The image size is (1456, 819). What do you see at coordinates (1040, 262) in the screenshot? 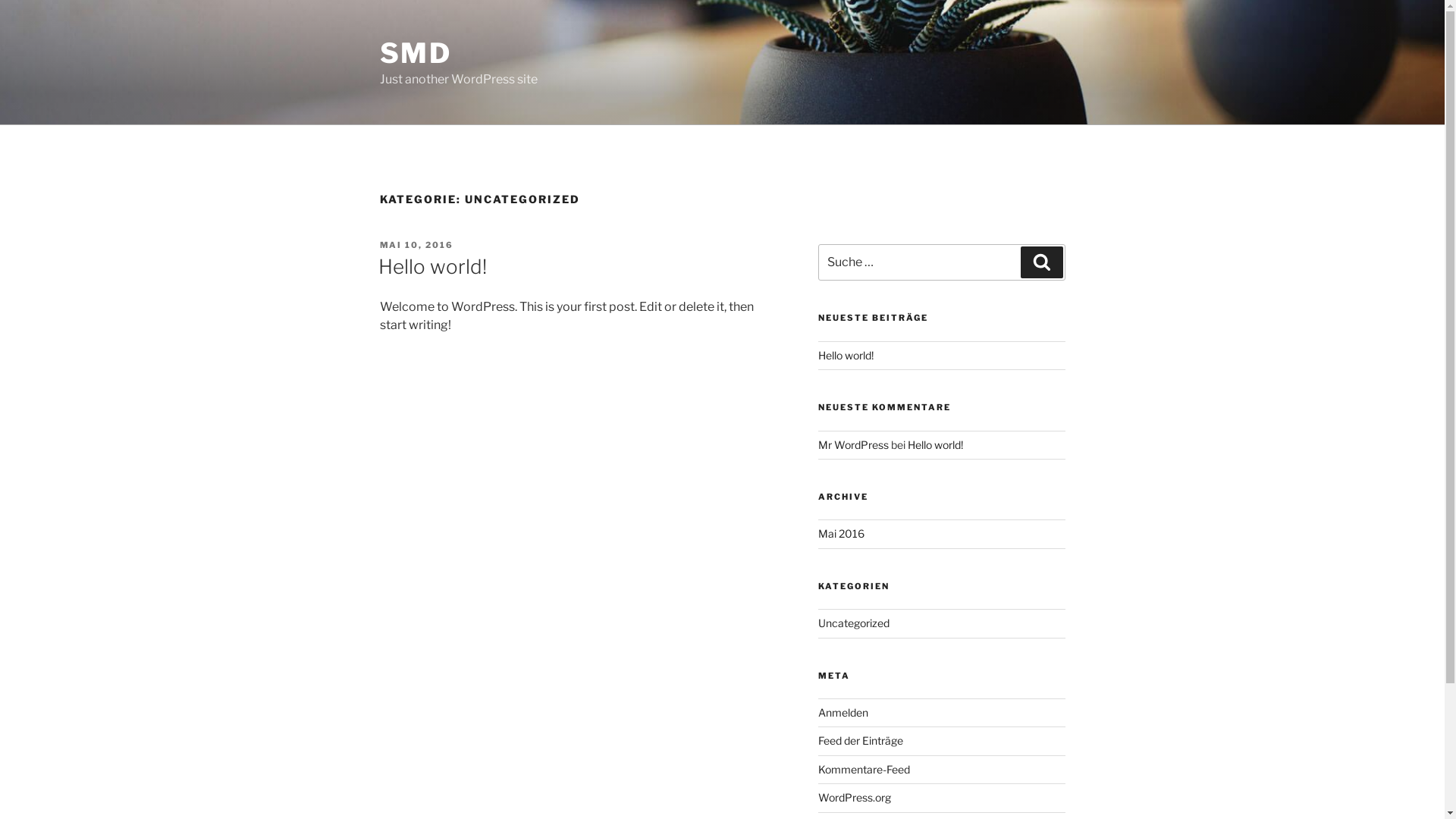
I see `'Suchen'` at bounding box center [1040, 262].